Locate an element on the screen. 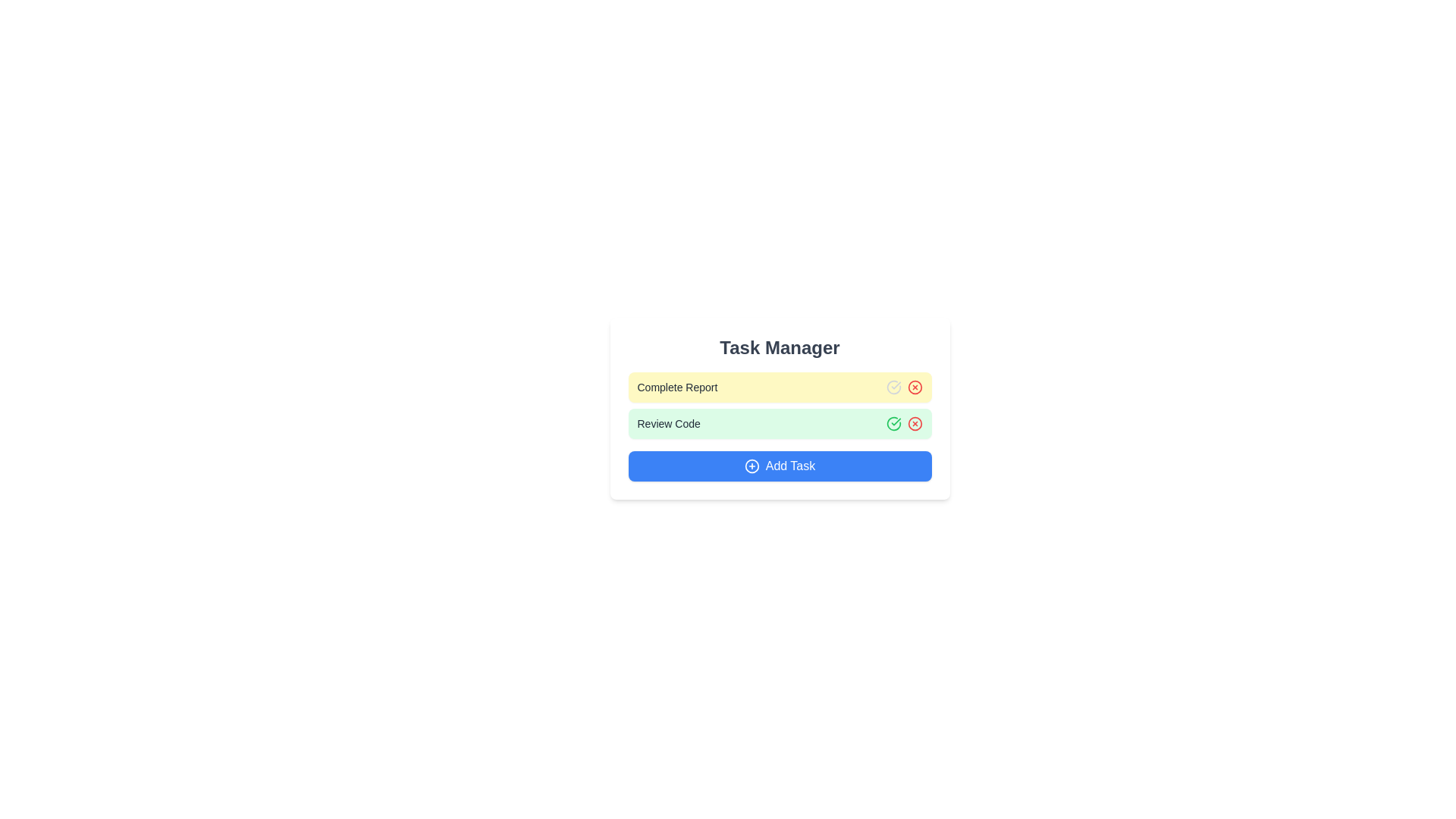 The width and height of the screenshot is (1456, 819). the 'Add Task' button to add a new task is located at coordinates (780, 465).